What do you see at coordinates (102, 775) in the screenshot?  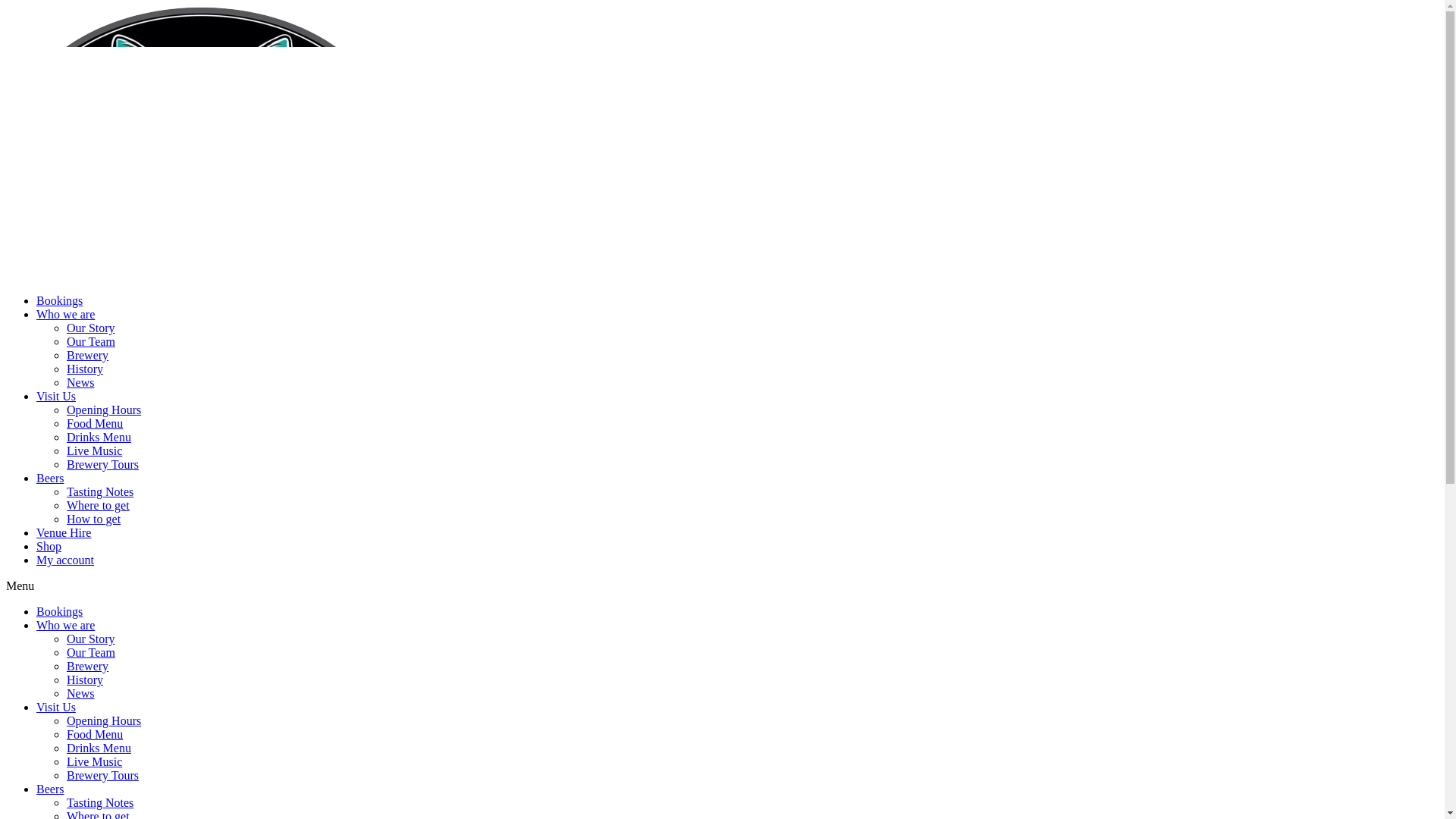 I see `'Brewery Tours'` at bounding box center [102, 775].